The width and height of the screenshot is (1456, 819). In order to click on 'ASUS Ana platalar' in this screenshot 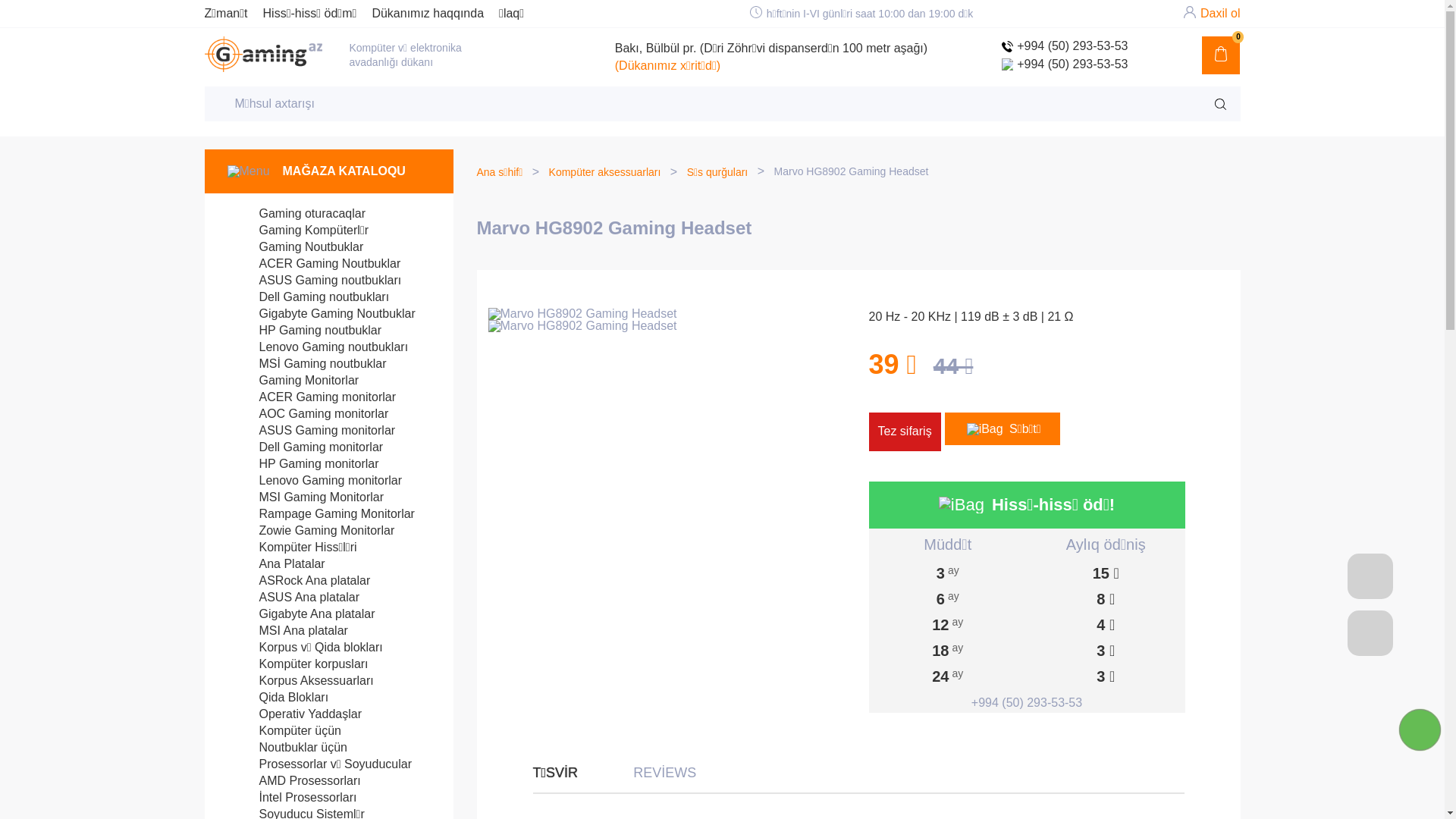, I will do `click(293, 596)`.